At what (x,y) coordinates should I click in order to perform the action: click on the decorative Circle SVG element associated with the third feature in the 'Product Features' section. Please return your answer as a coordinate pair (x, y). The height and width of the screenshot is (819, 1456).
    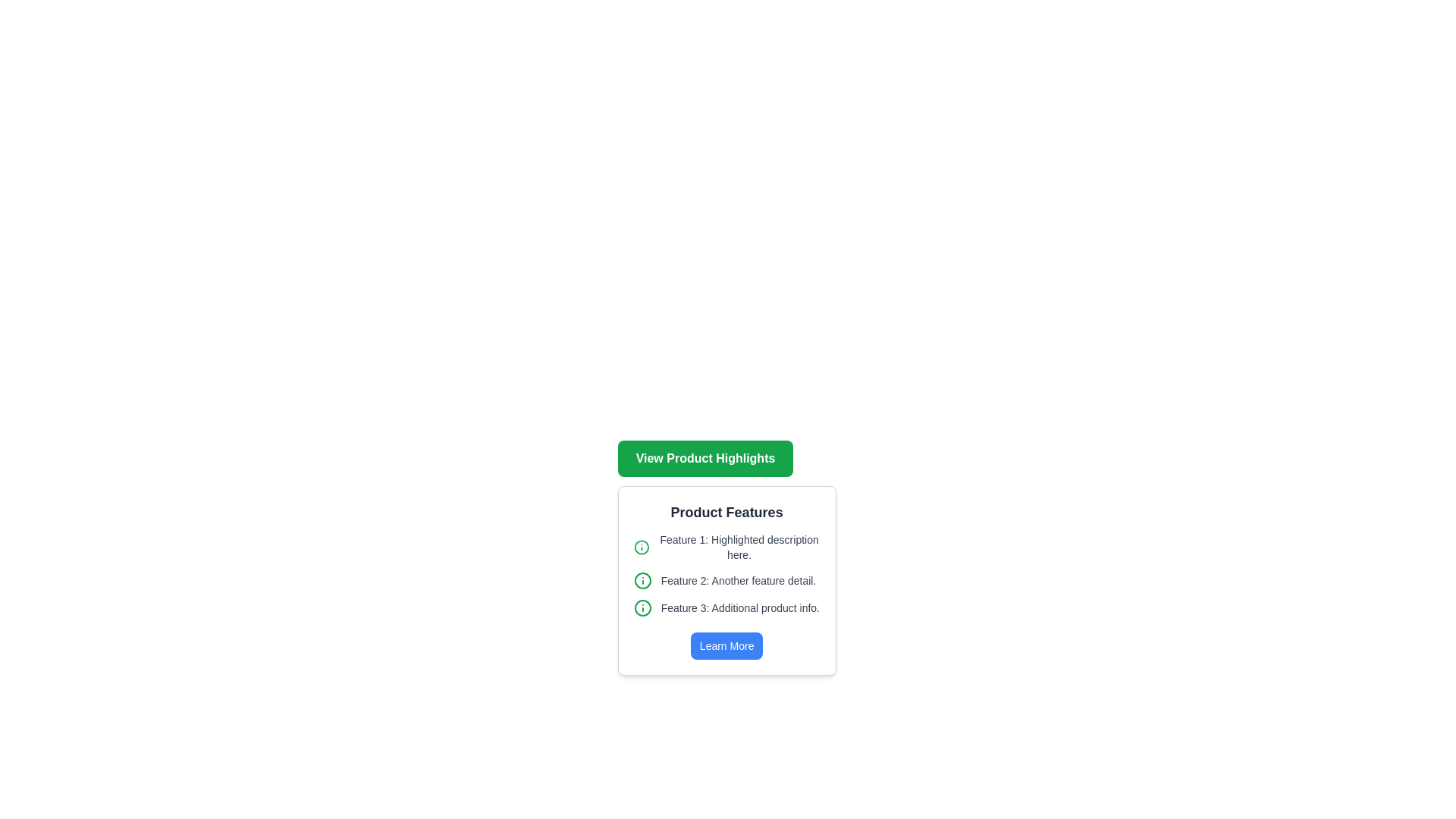
    Looking at the image, I should click on (642, 607).